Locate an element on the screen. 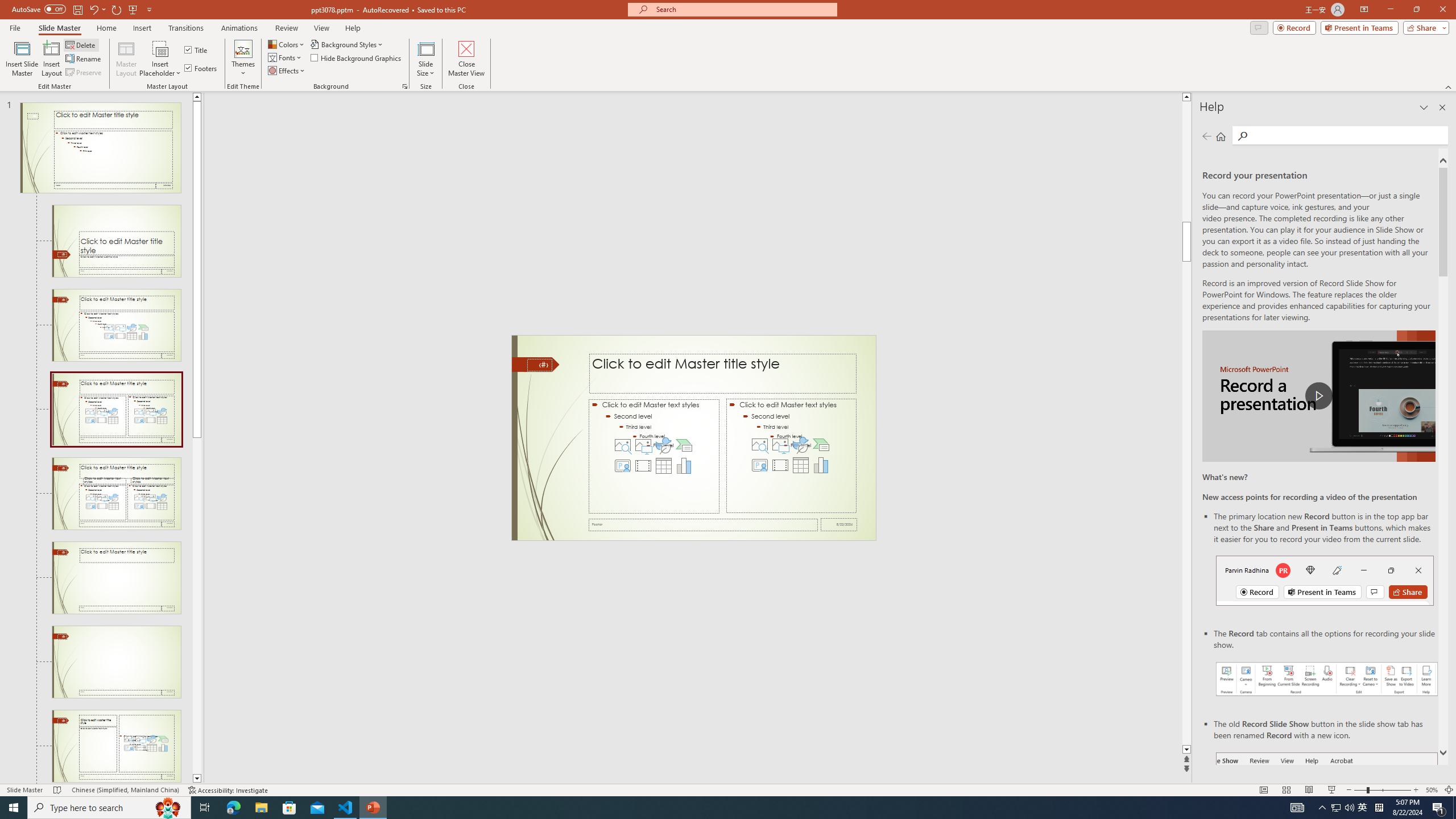 Image resolution: width=1456 pixels, height=819 pixels. 'Rename' is located at coordinates (84, 59).